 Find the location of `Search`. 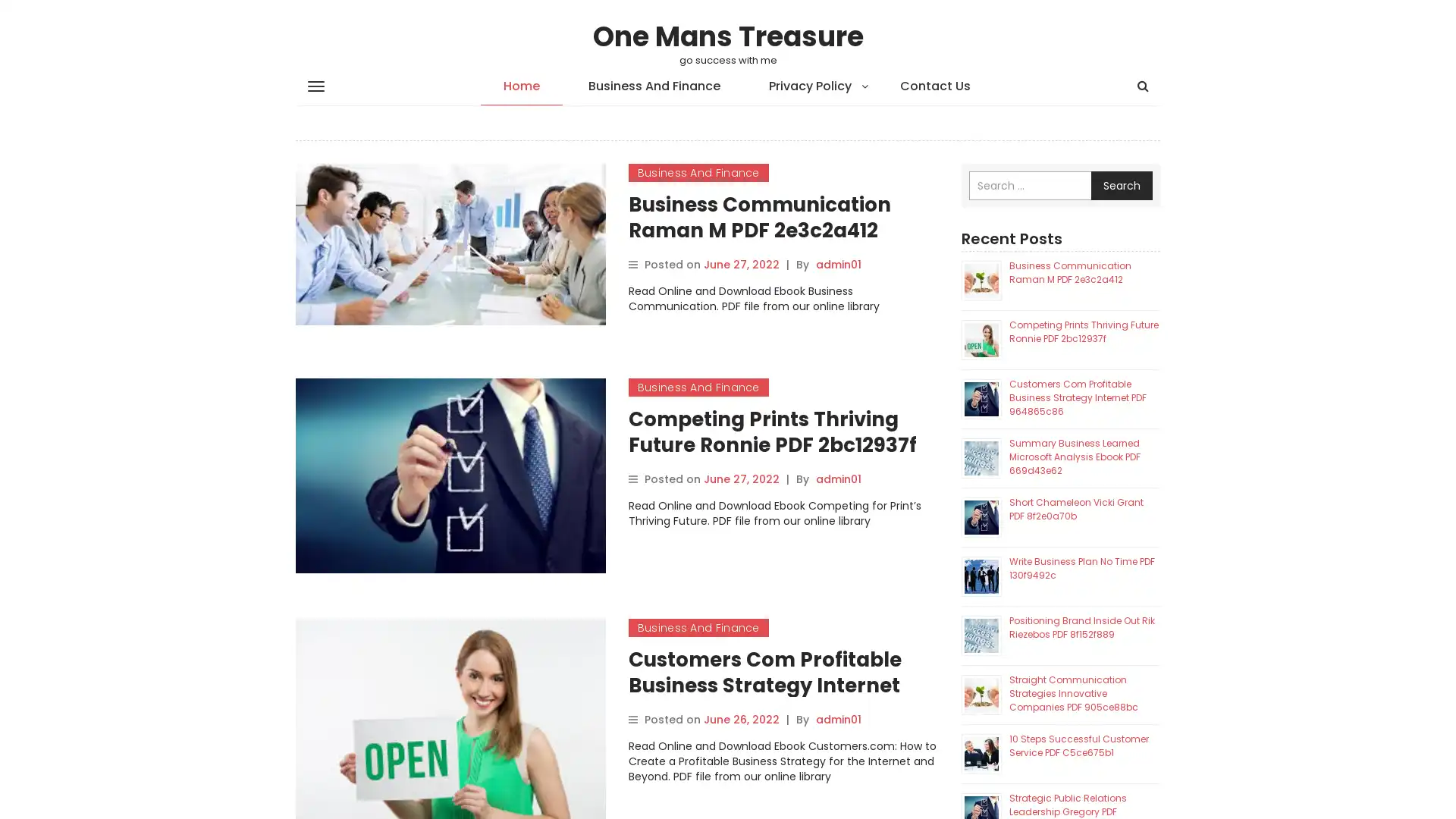

Search is located at coordinates (1122, 185).